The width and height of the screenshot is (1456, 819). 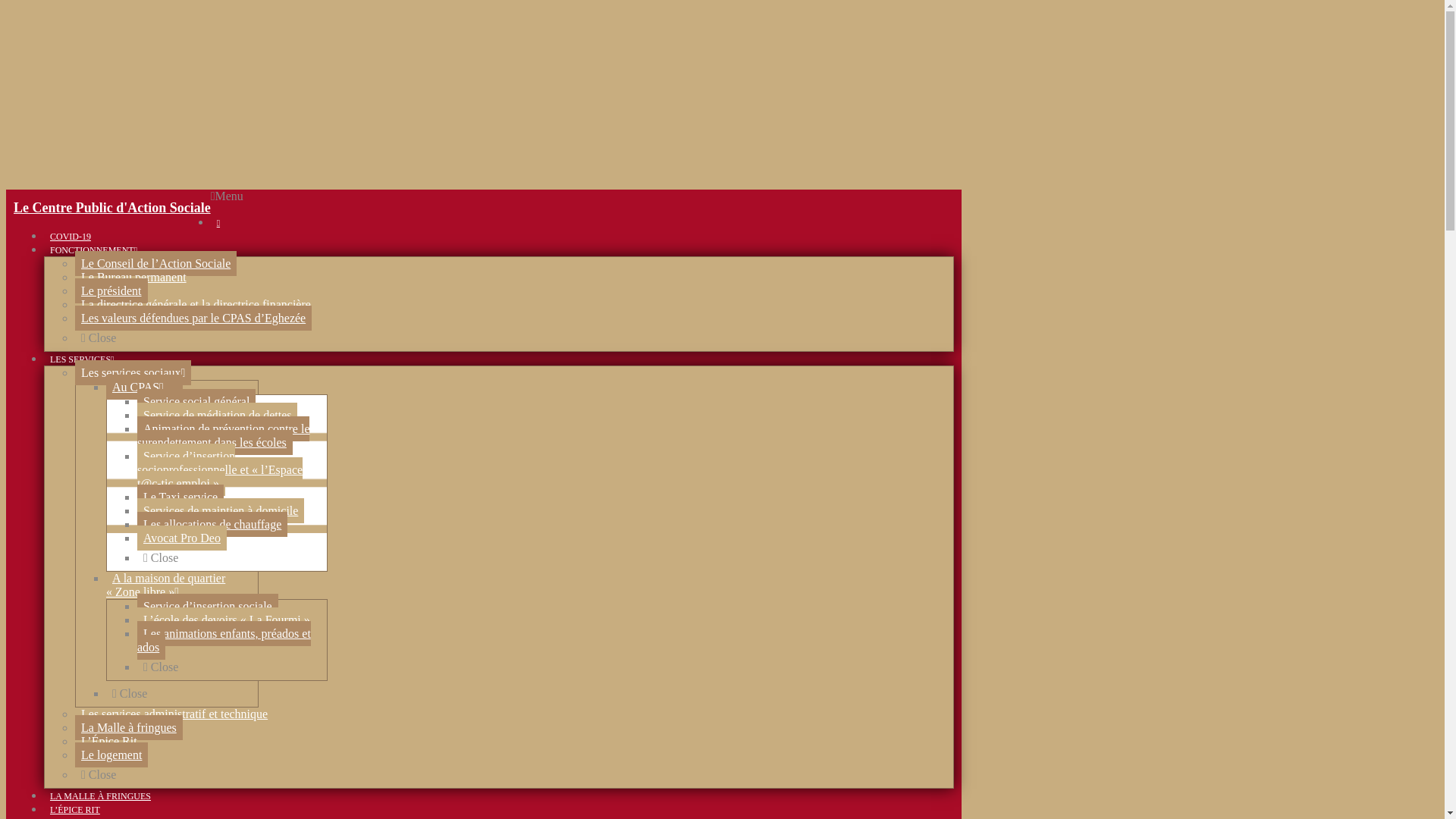 I want to click on 'Le logement', so click(x=111, y=755).